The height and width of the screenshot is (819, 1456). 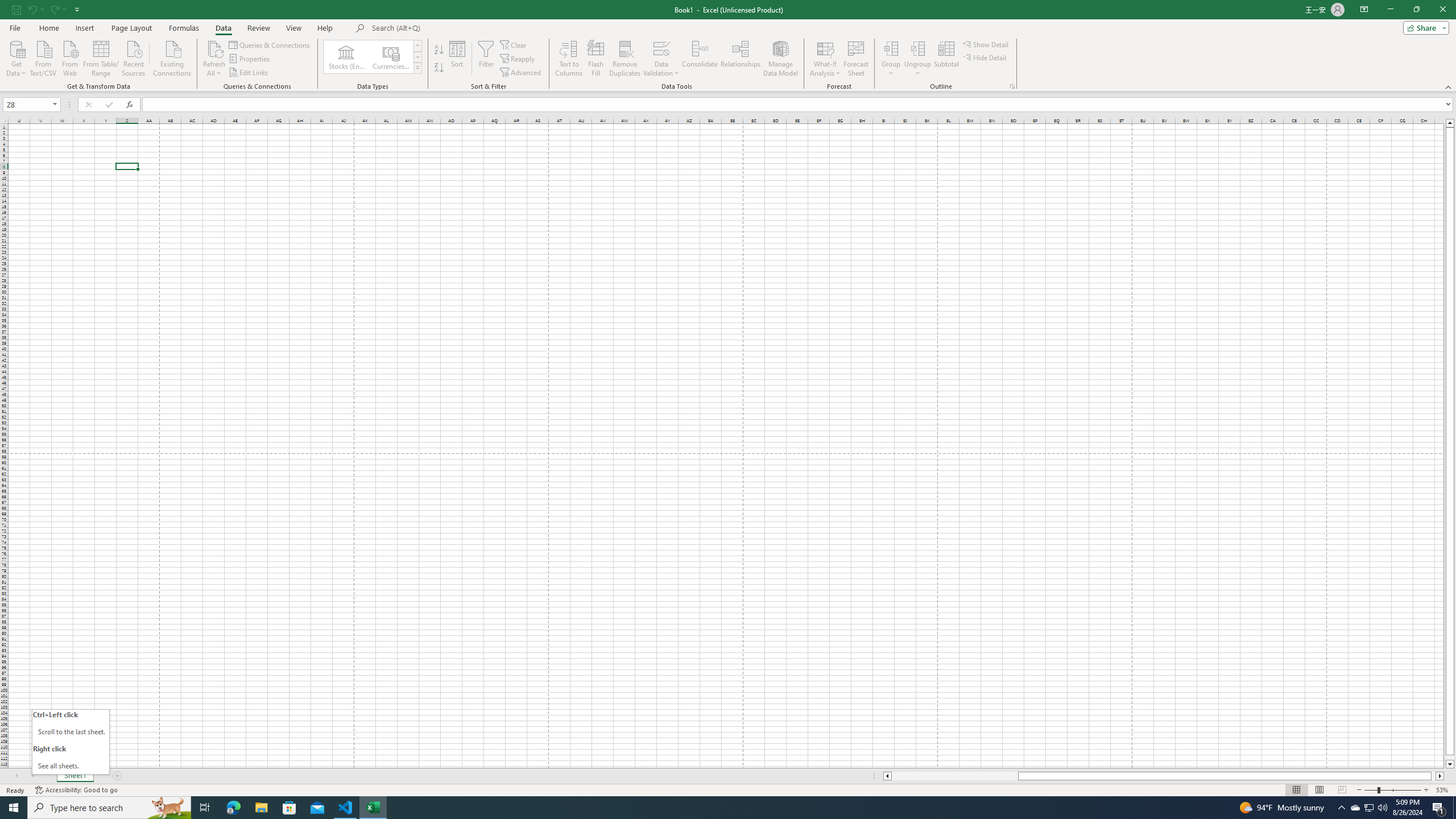 What do you see at coordinates (568, 59) in the screenshot?
I see `'Text to Columns...'` at bounding box center [568, 59].